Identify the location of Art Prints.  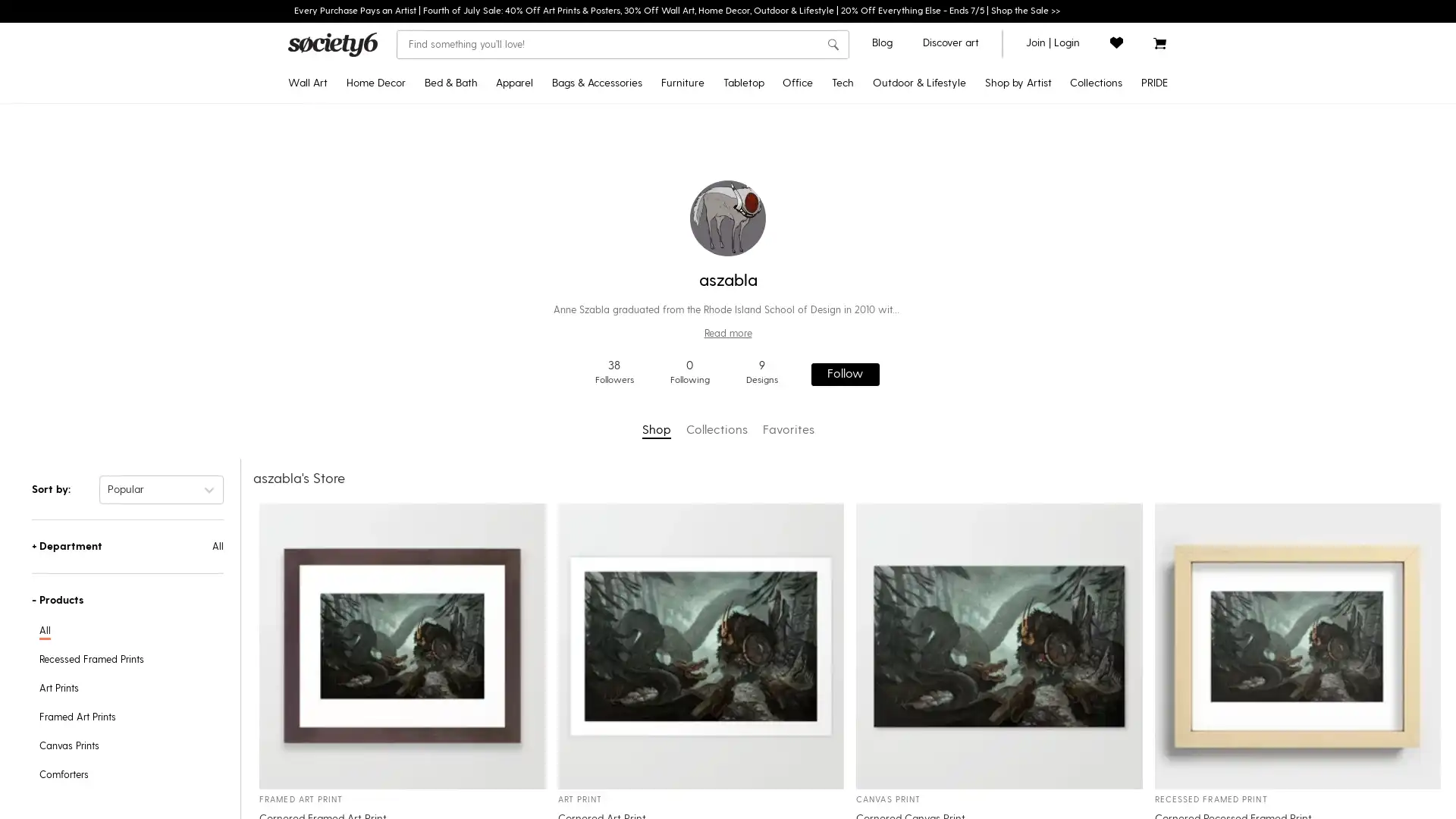
(356, 121).